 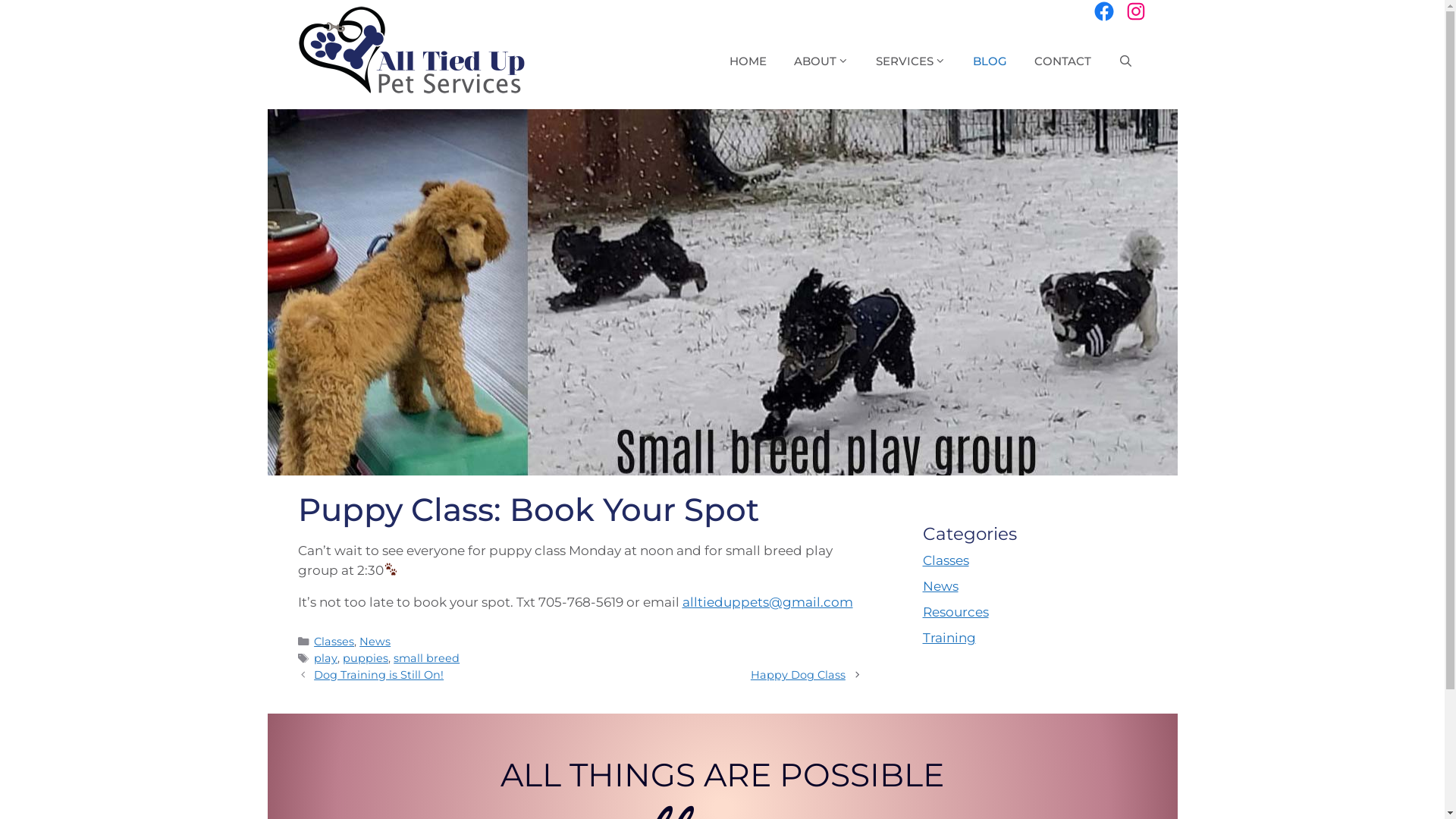 What do you see at coordinates (748, 61) in the screenshot?
I see `'HOME'` at bounding box center [748, 61].